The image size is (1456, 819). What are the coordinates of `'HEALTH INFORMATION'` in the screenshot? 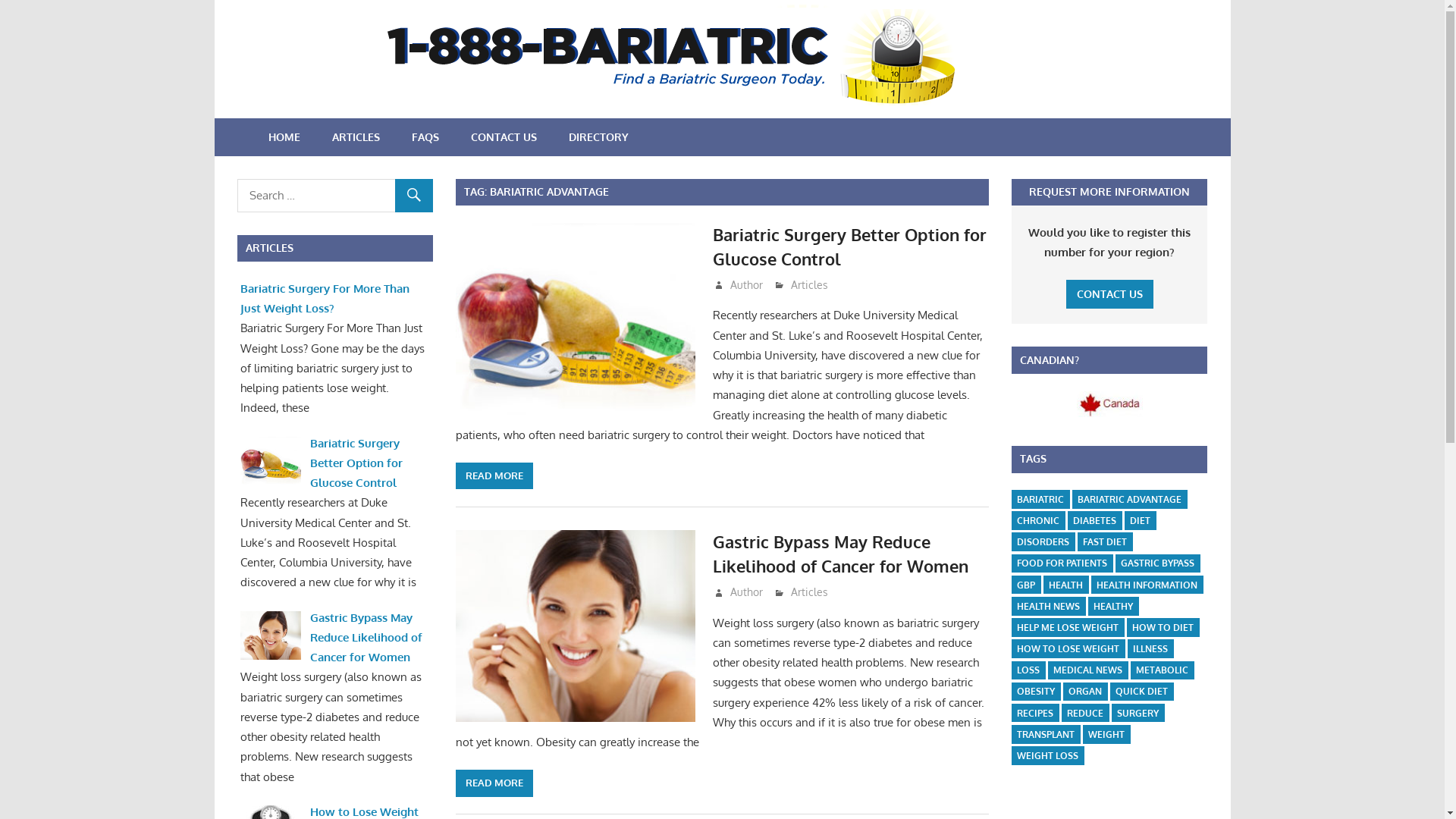 It's located at (1147, 584).